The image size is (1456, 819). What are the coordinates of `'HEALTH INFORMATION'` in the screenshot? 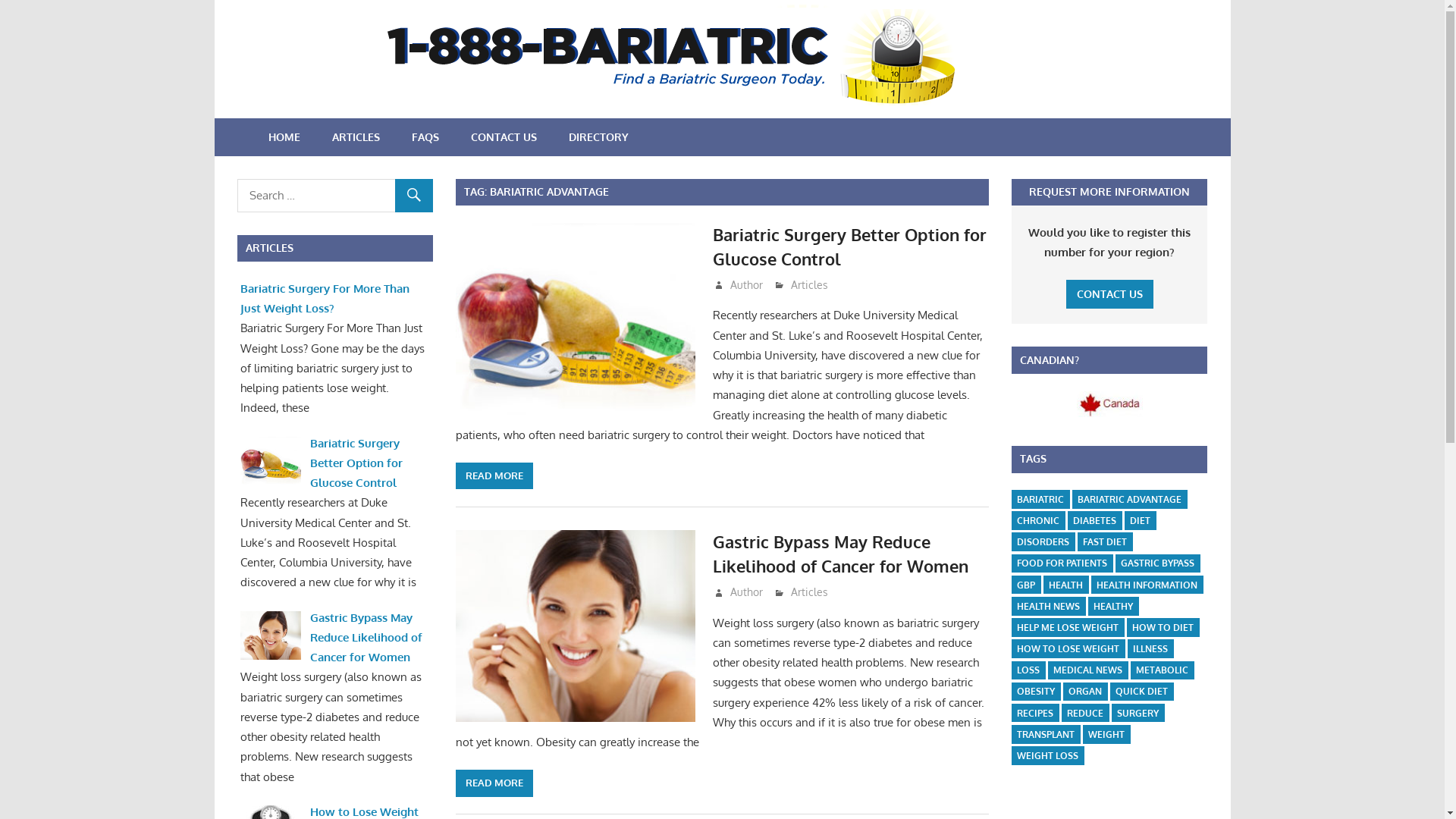 It's located at (1147, 584).